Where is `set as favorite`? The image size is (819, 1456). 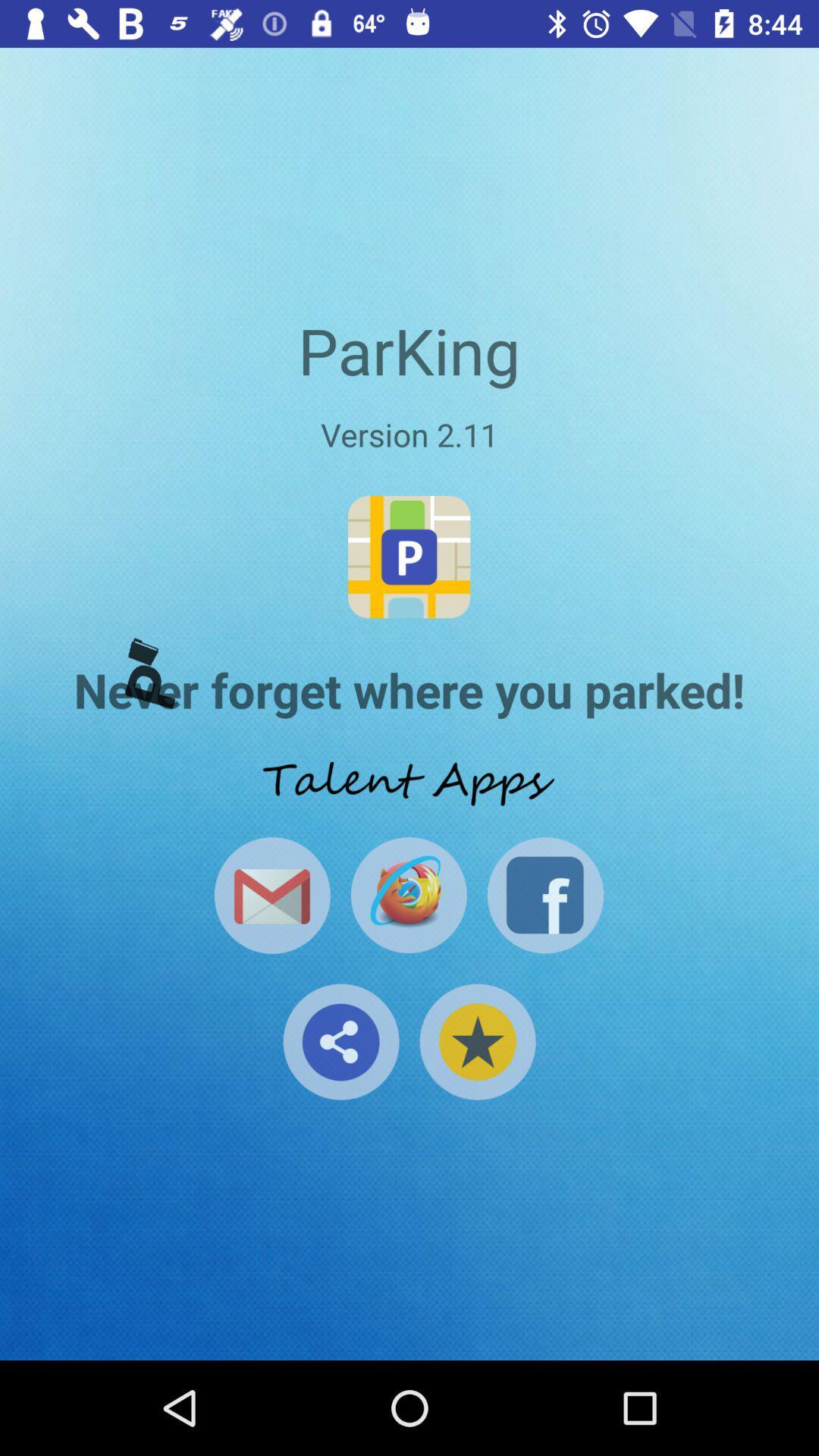 set as favorite is located at coordinates (476, 1040).